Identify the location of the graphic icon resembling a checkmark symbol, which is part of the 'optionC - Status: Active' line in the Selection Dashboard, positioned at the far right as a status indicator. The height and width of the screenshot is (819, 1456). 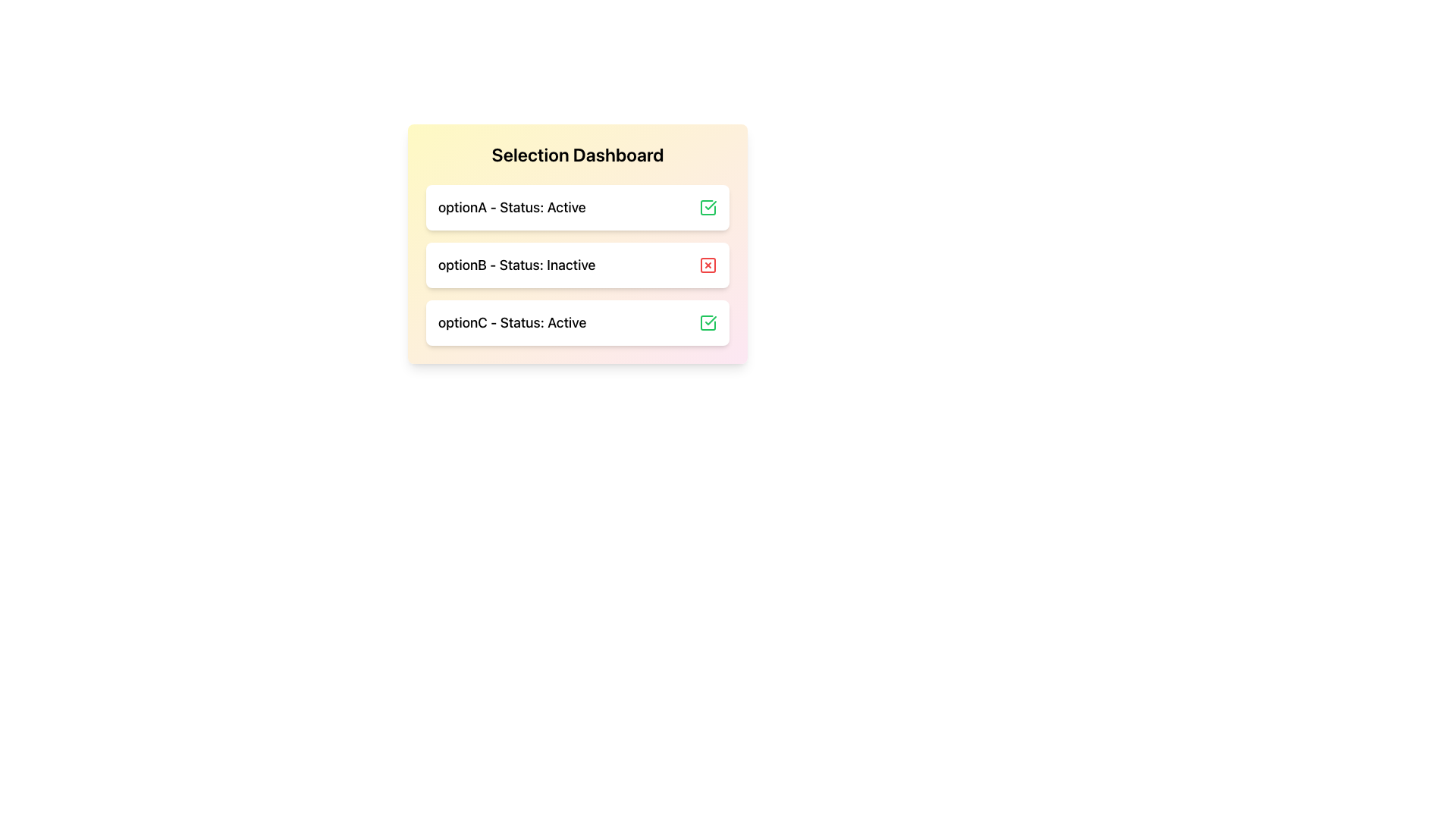
(710, 205).